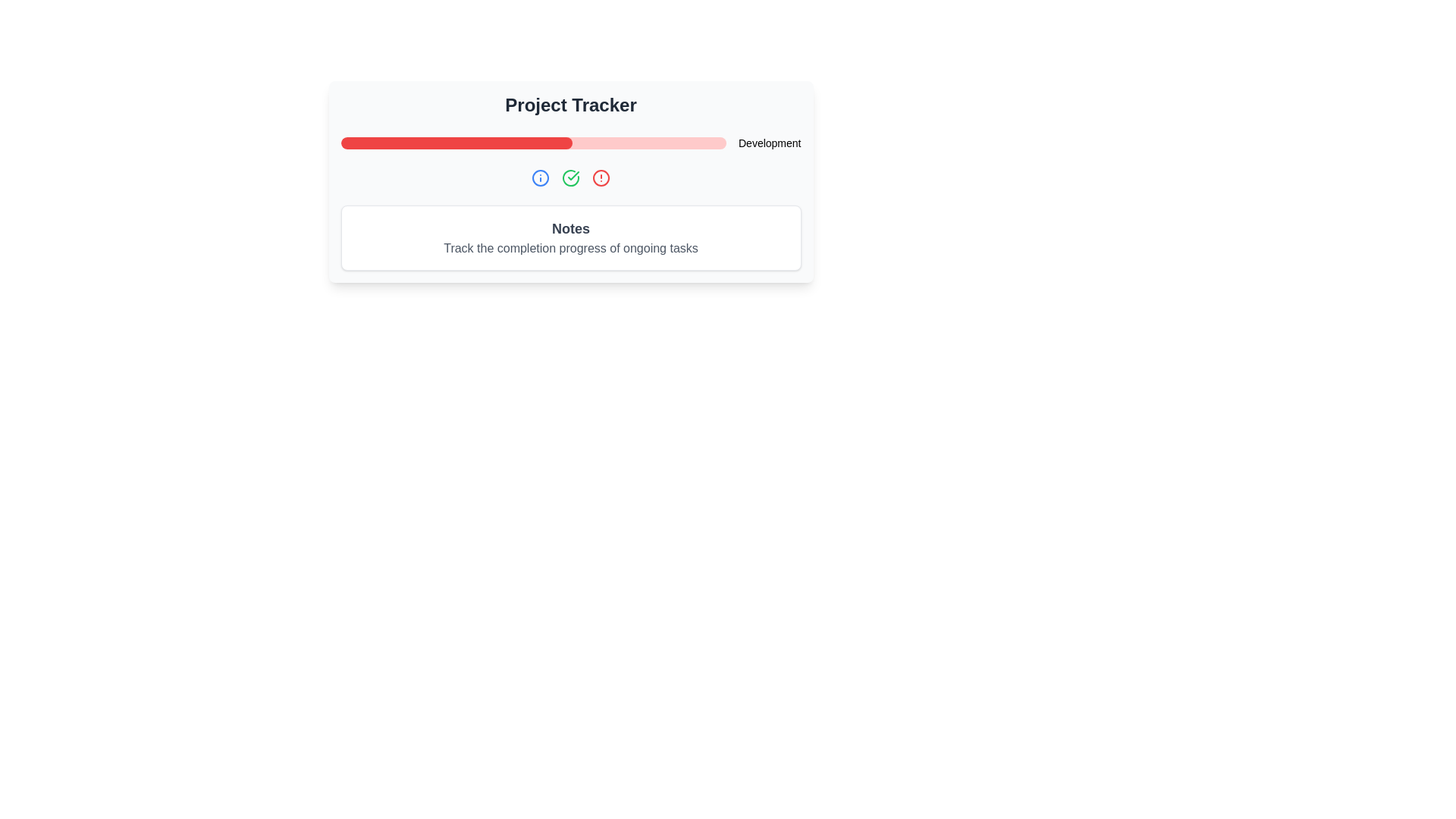 This screenshot has width=1456, height=819. What do you see at coordinates (541, 177) in the screenshot?
I see `the informational icon located beneath the 'Project Tracker' red progress bar` at bounding box center [541, 177].